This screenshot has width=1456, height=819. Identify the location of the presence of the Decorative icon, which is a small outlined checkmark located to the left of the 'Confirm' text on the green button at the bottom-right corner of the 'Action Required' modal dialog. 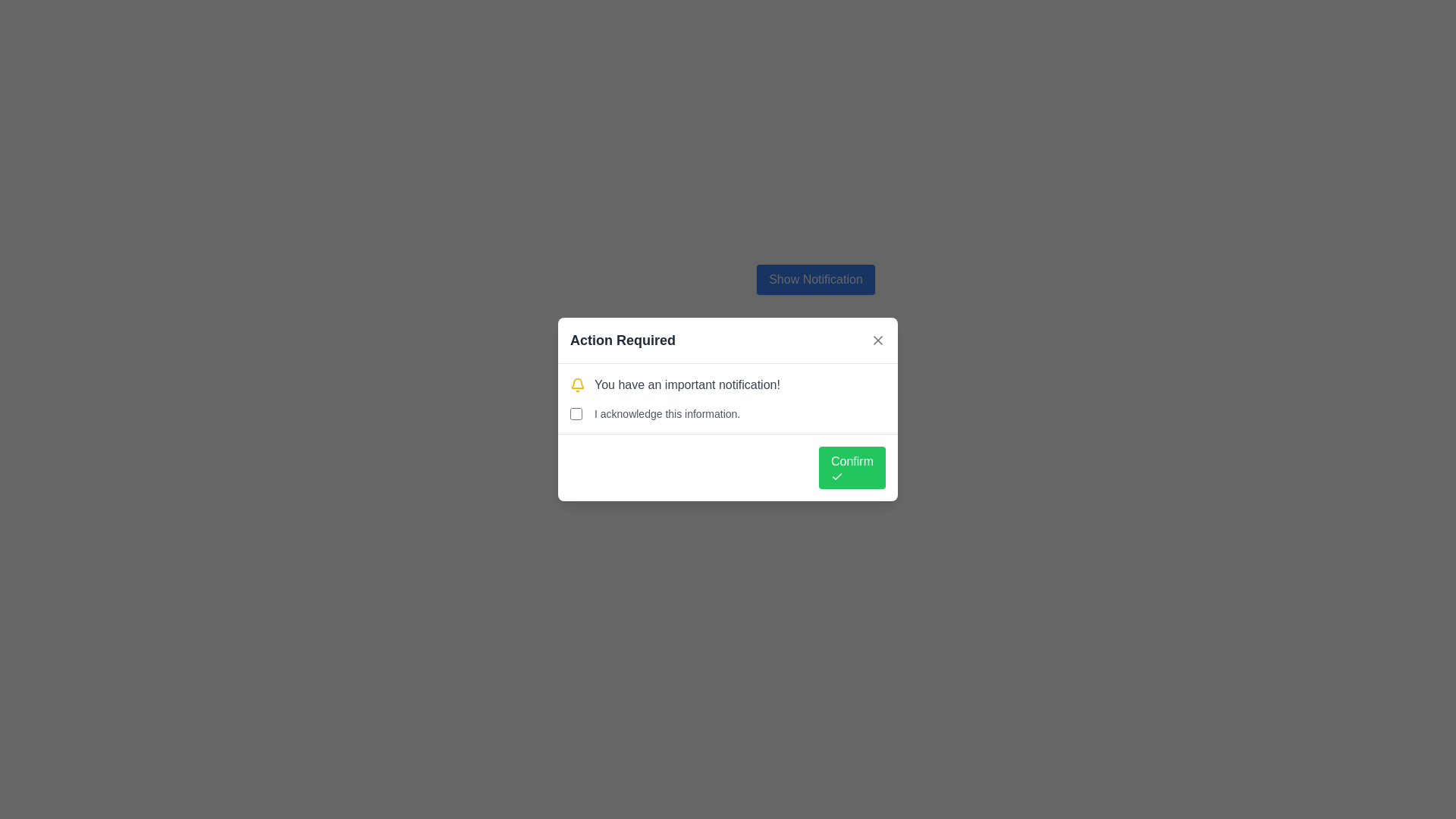
(836, 475).